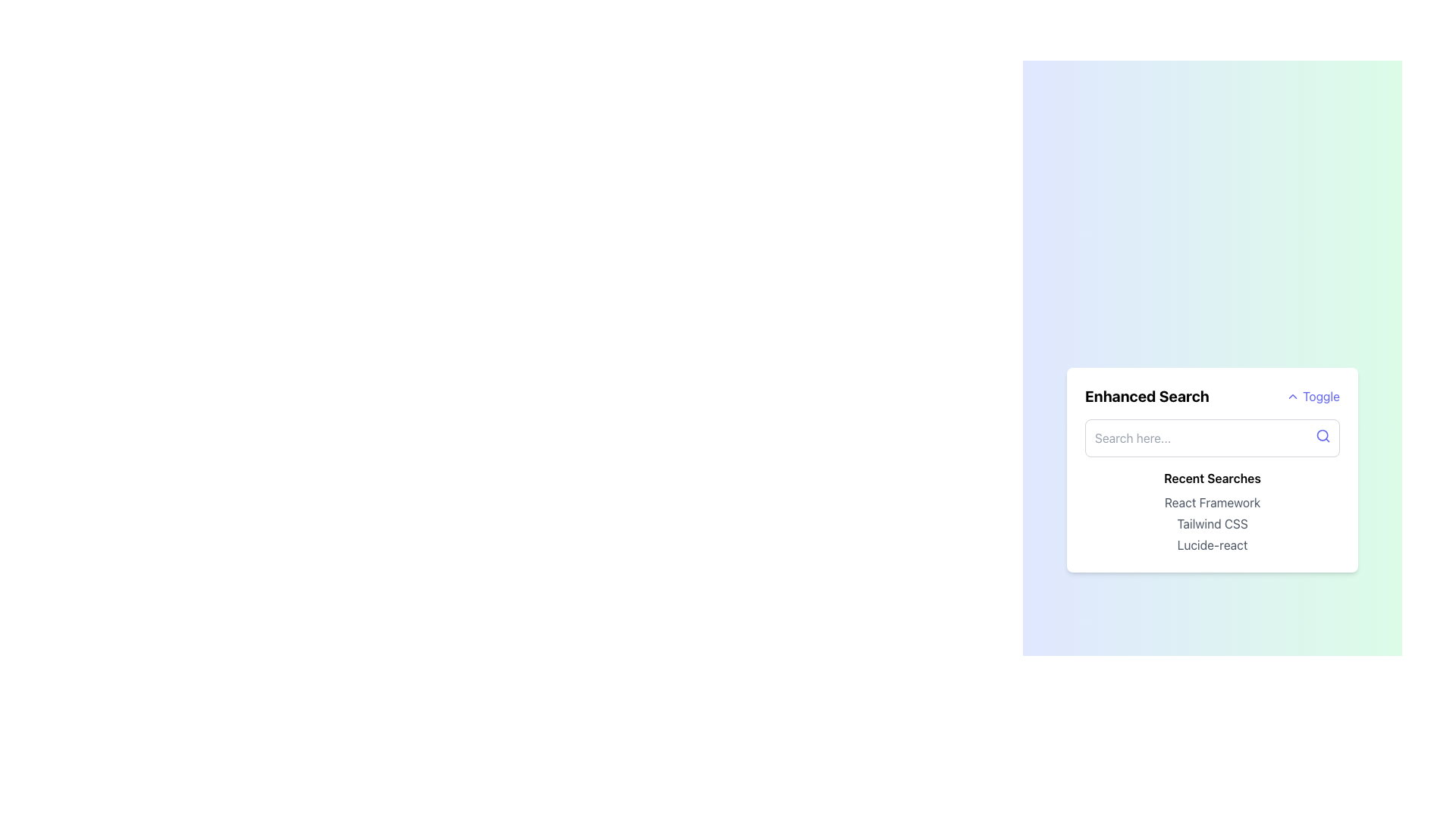 The width and height of the screenshot is (1456, 819). Describe the element at coordinates (1211, 522) in the screenshot. I see `text label displaying 'Tailwind CSS' located under the 'Recent Searches' section, positioned as the second item in the list` at that location.